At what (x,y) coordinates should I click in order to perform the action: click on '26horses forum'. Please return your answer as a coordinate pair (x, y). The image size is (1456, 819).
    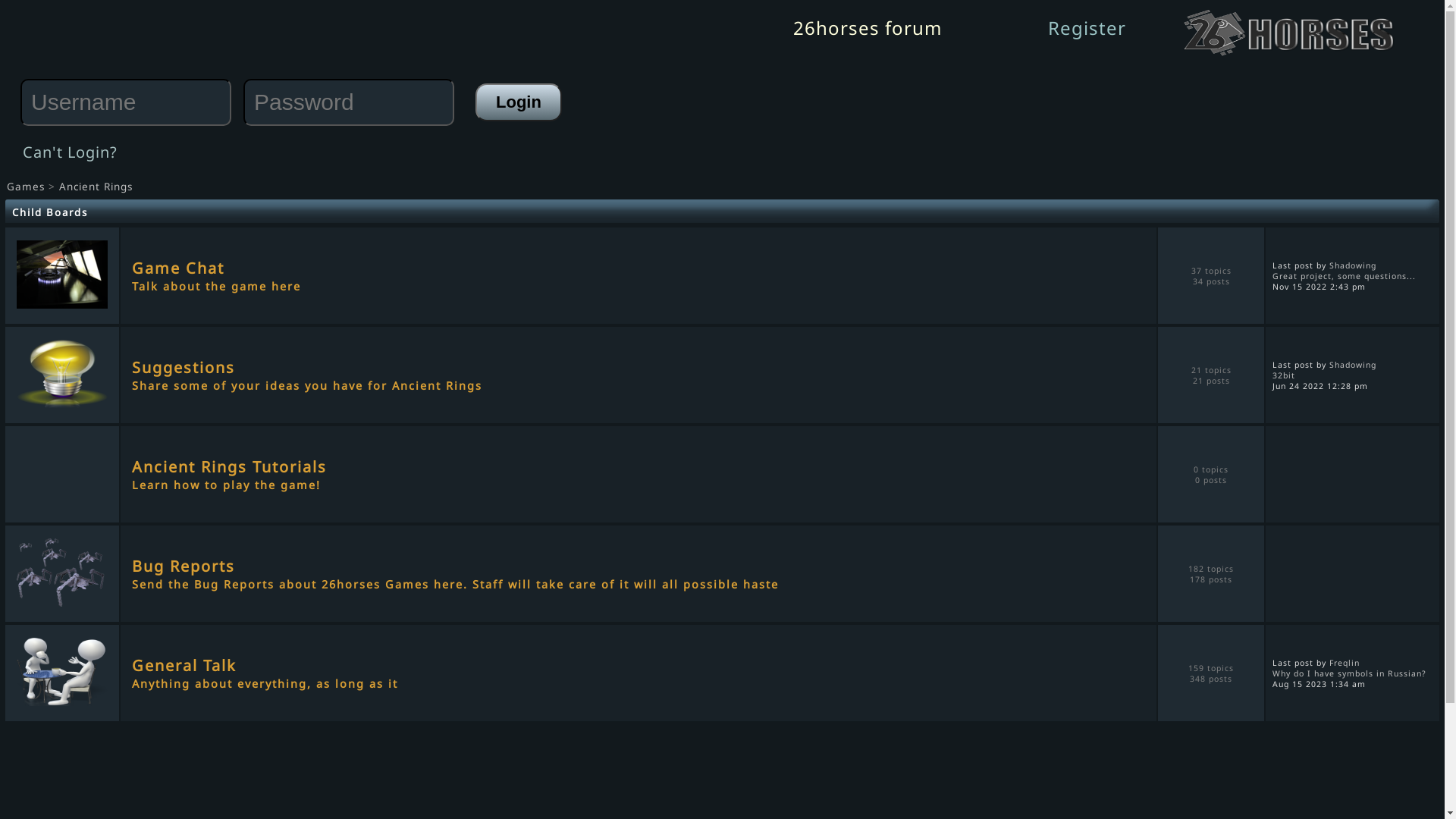
    Looking at the image, I should click on (867, 27).